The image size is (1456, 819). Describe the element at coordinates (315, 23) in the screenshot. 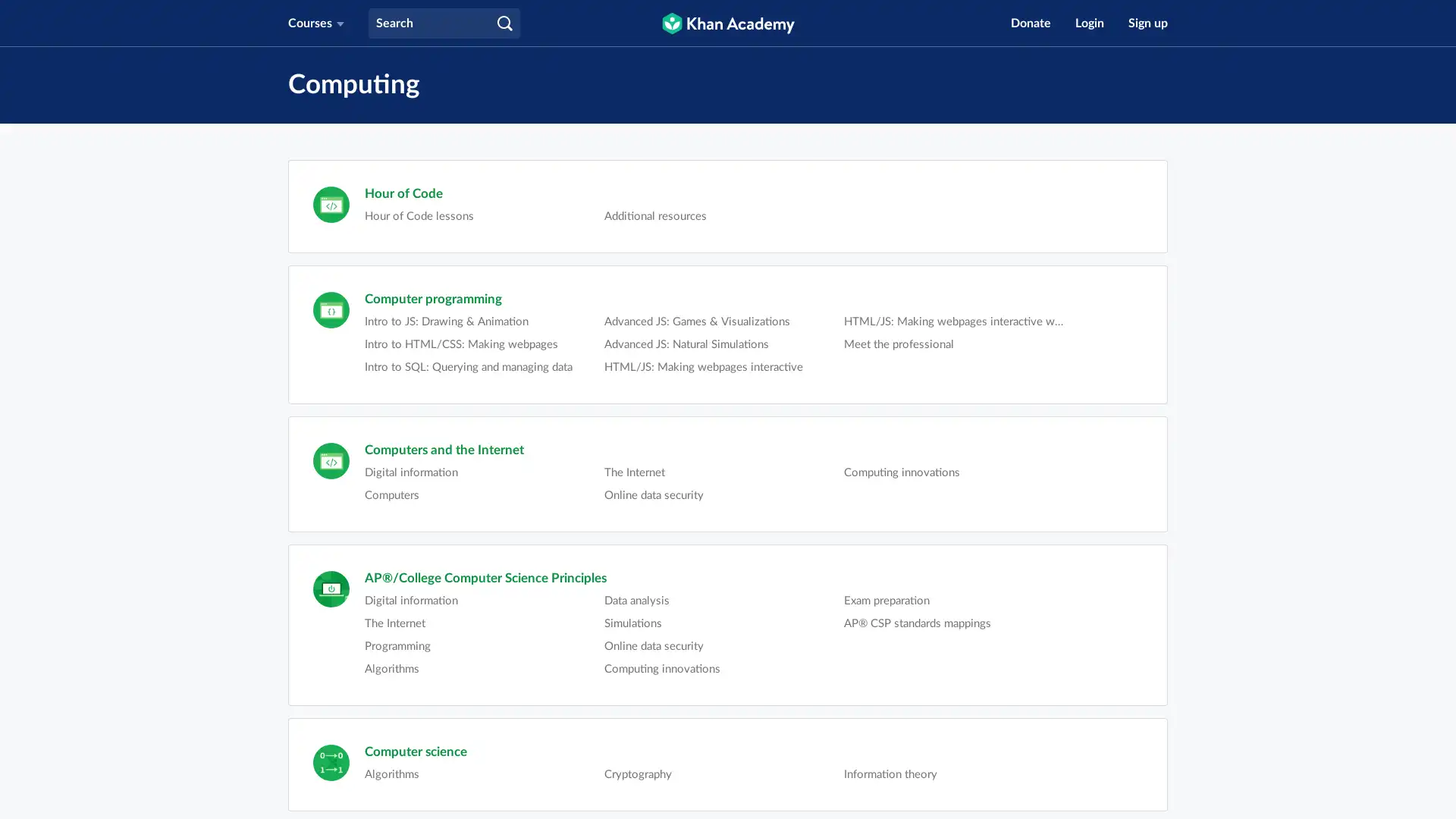

I see `Courses` at that location.